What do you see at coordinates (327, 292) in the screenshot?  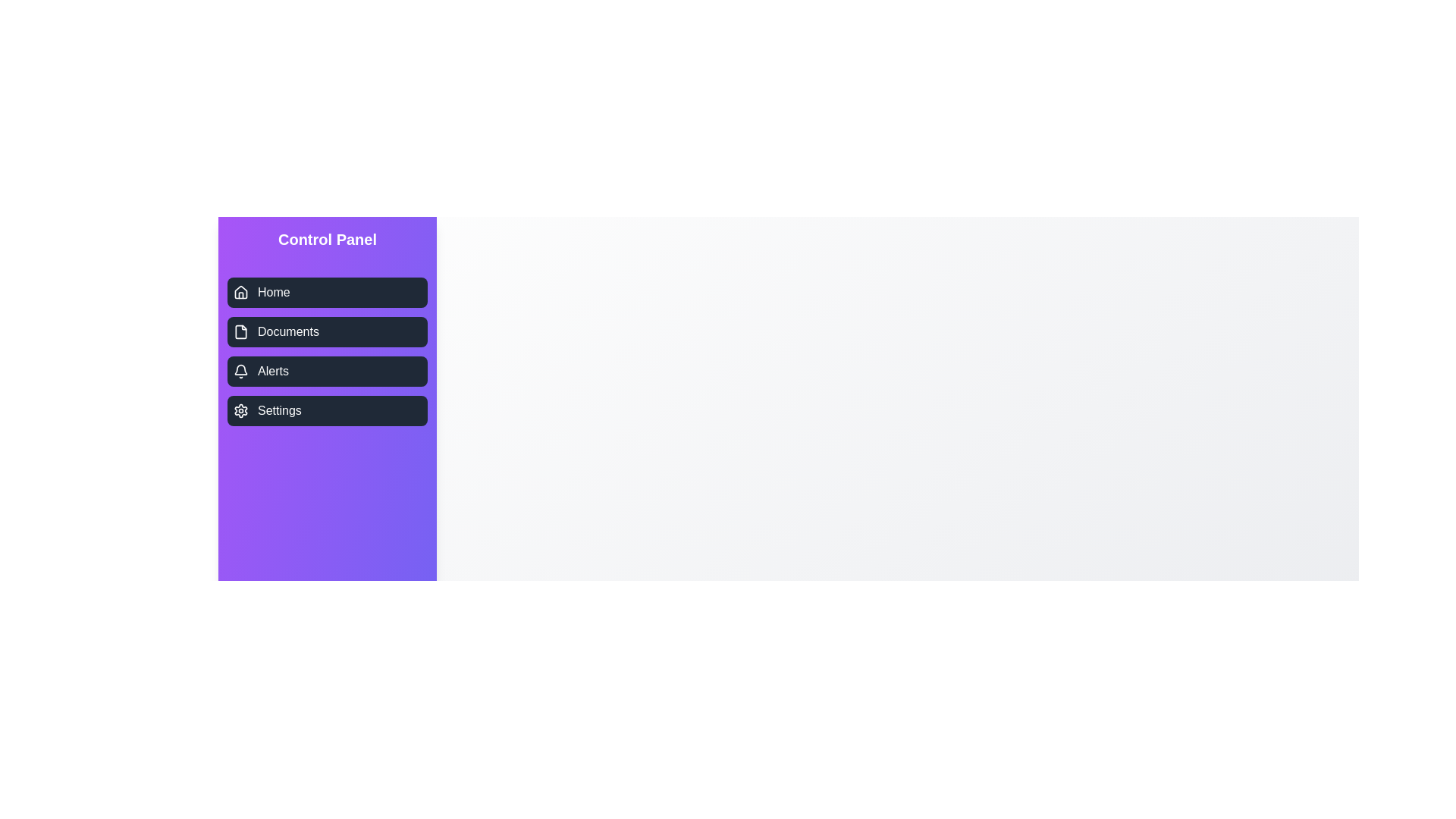 I see `the navigation item labeled Home` at bounding box center [327, 292].